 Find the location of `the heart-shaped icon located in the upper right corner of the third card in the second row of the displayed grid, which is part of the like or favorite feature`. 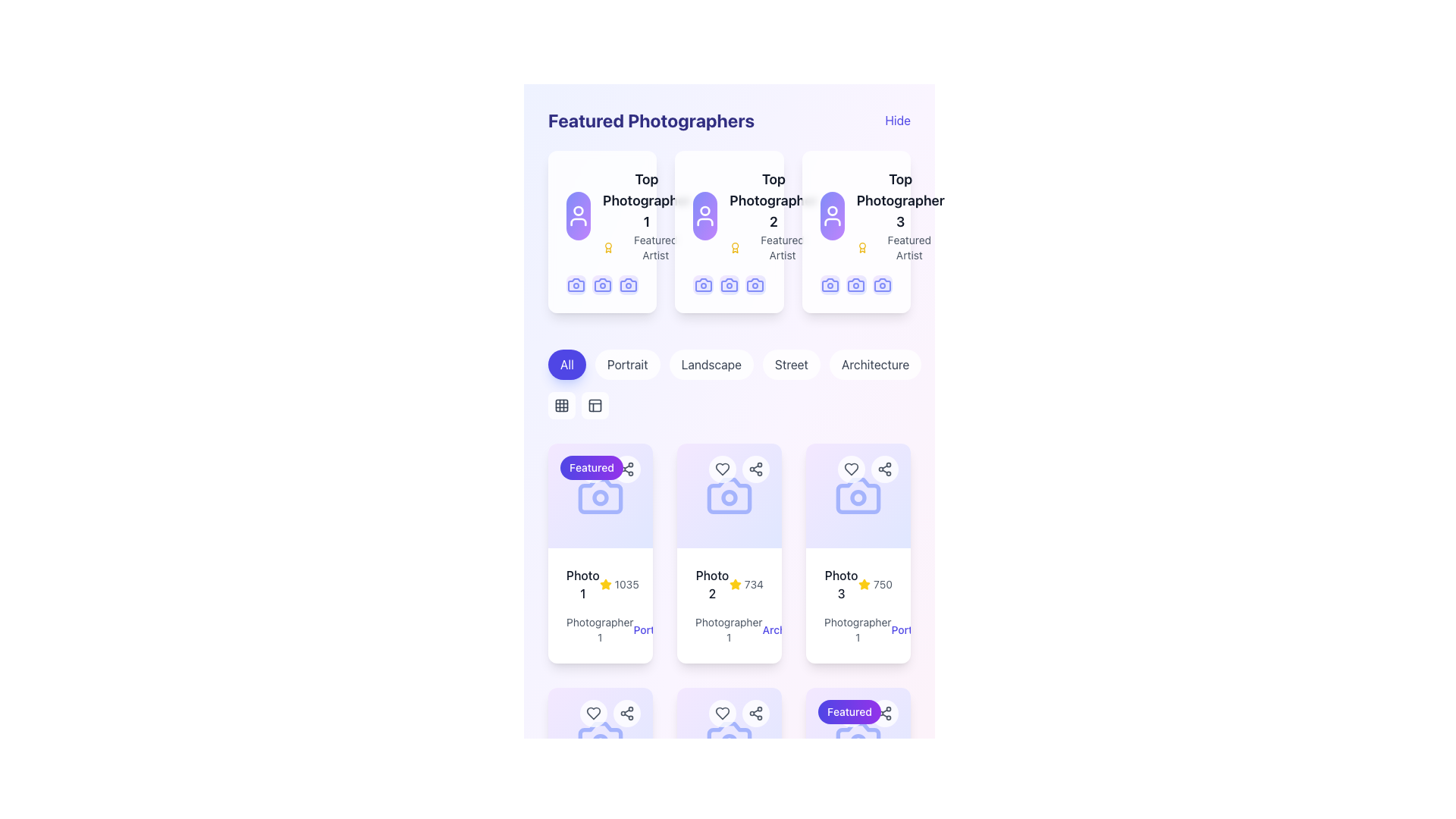

the heart-shaped icon located in the upper right corner of the third card in the second row of the displayed grid, which is part of the like or favorite feature is located at coordinates (592, 714).